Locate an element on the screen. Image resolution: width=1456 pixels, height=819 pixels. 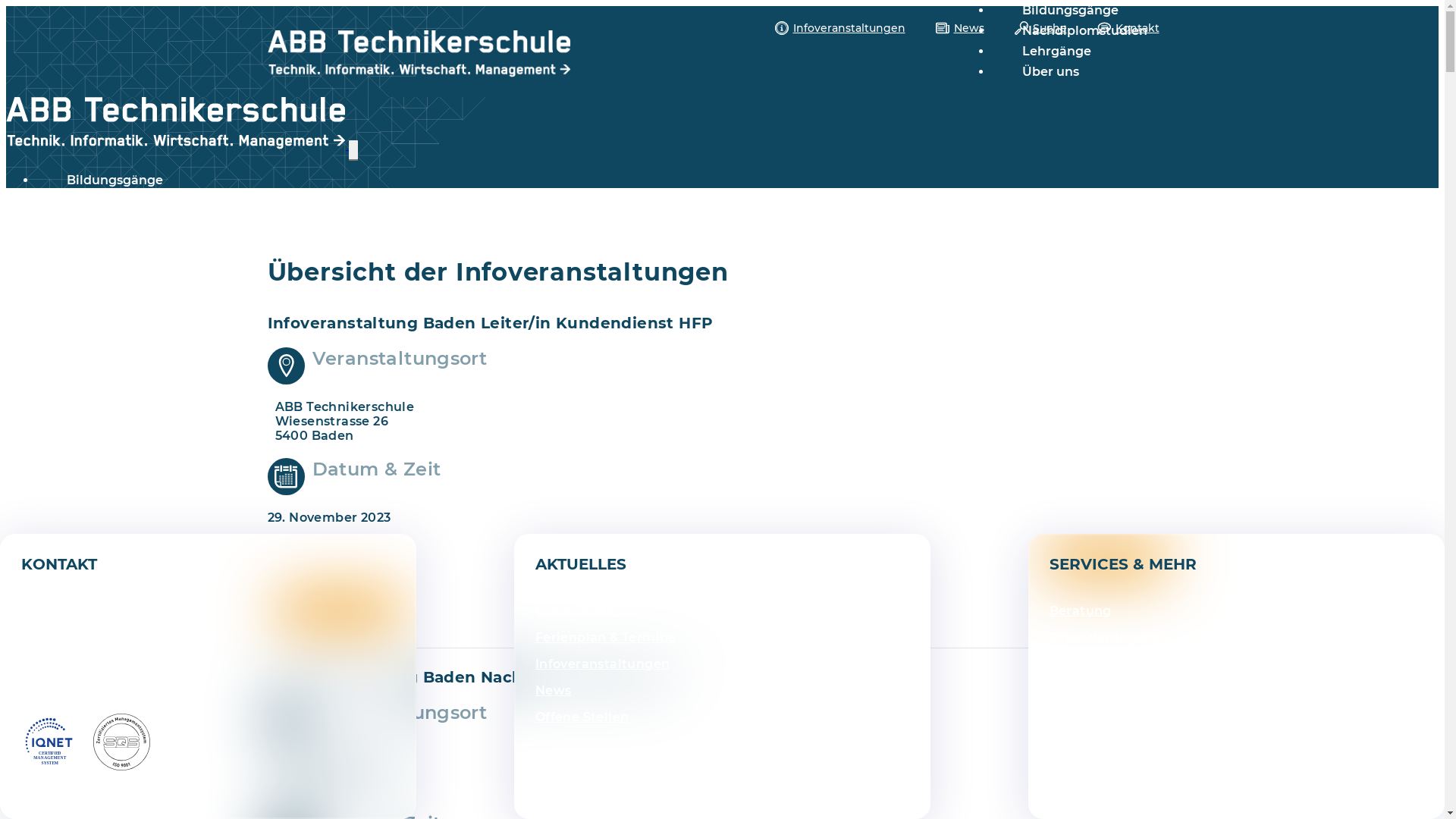
'Suche' is located at coordinates (1040, 28).